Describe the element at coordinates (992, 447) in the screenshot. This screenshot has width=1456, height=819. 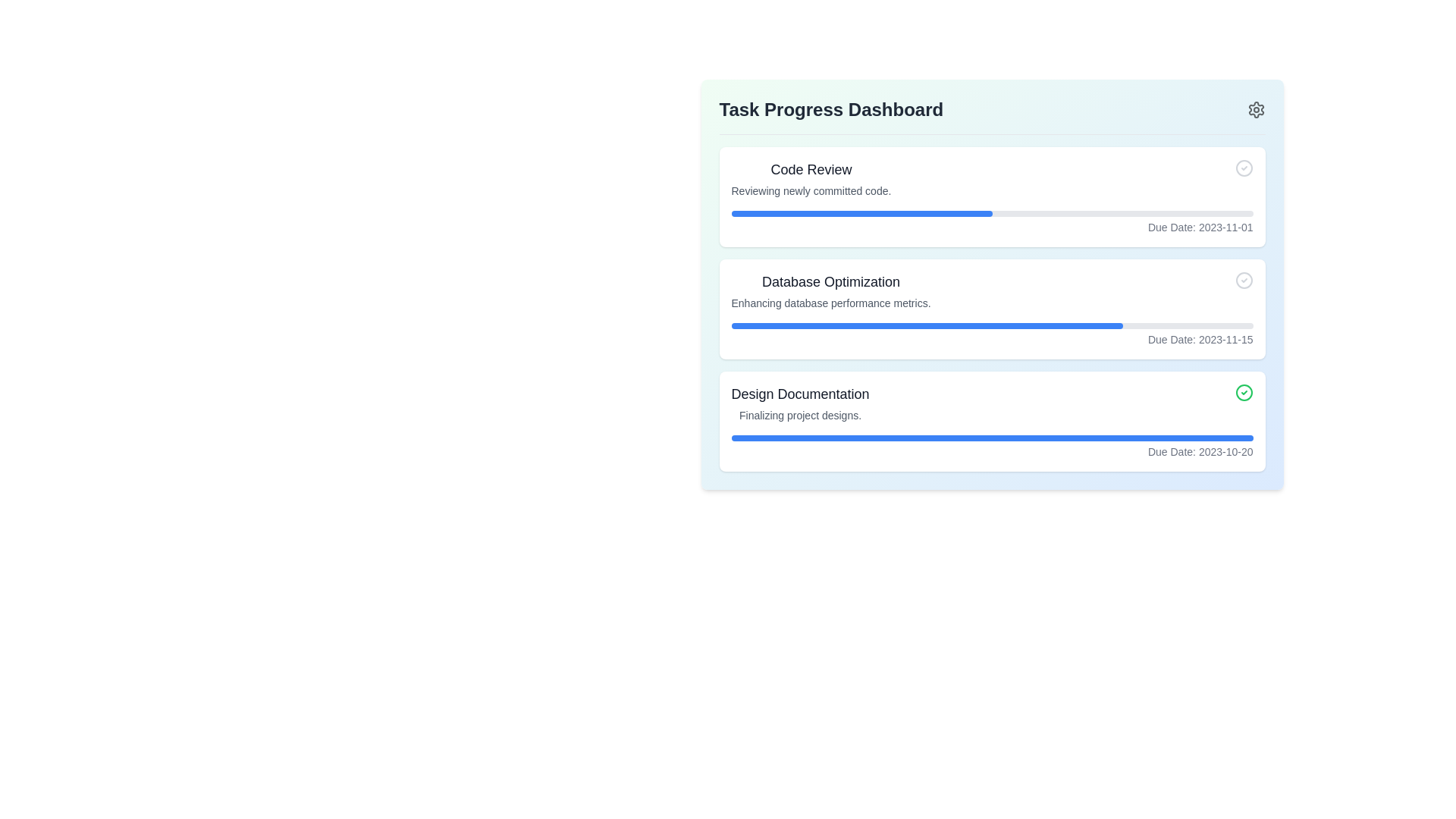
I see `due date displayed in the Text Label located at the bottom section of the 'Design Documentation' task card, specifically in the lower-right corner below the progress bar` at that location.